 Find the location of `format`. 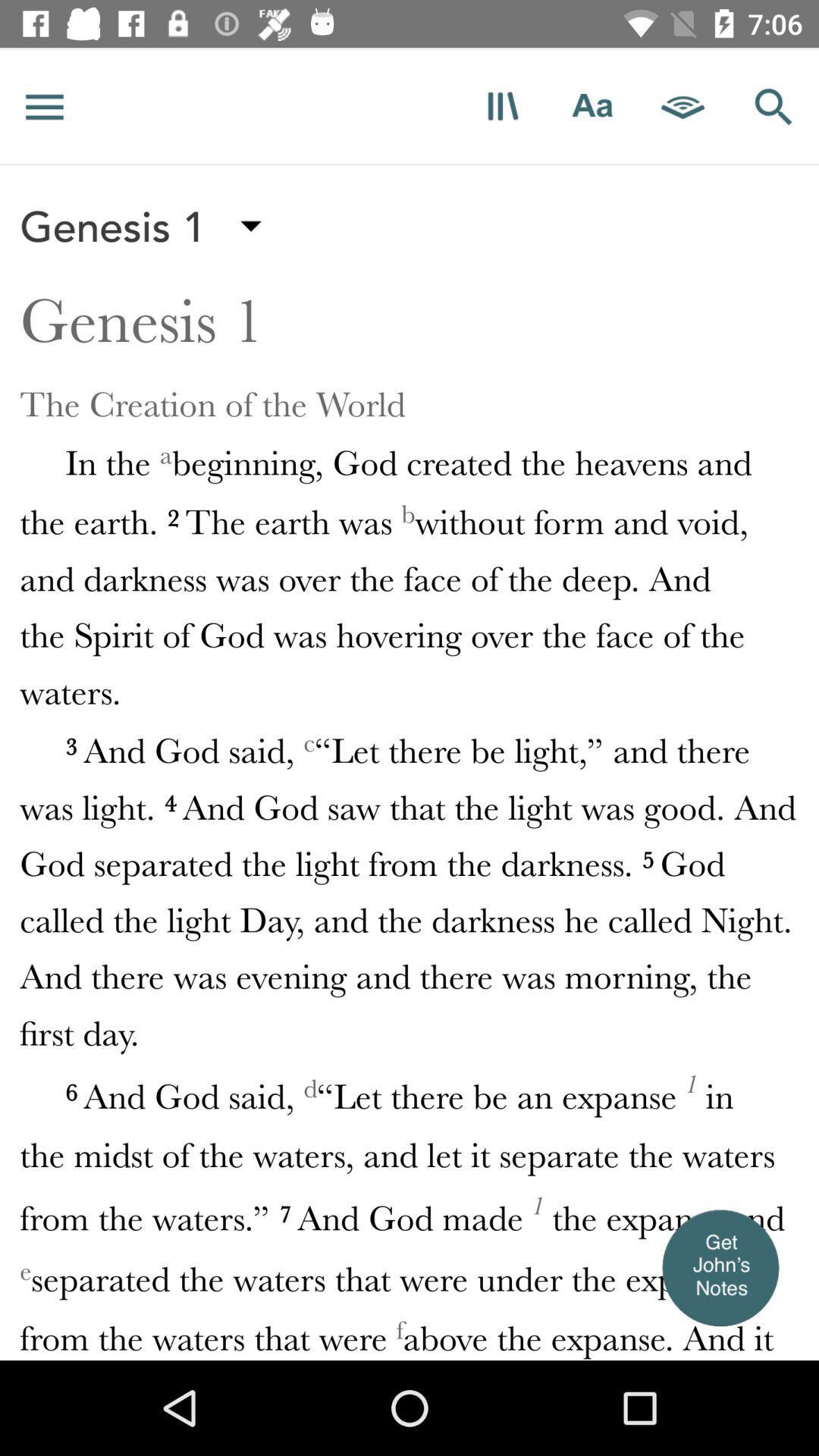

format is located at coordinates (502, 105).